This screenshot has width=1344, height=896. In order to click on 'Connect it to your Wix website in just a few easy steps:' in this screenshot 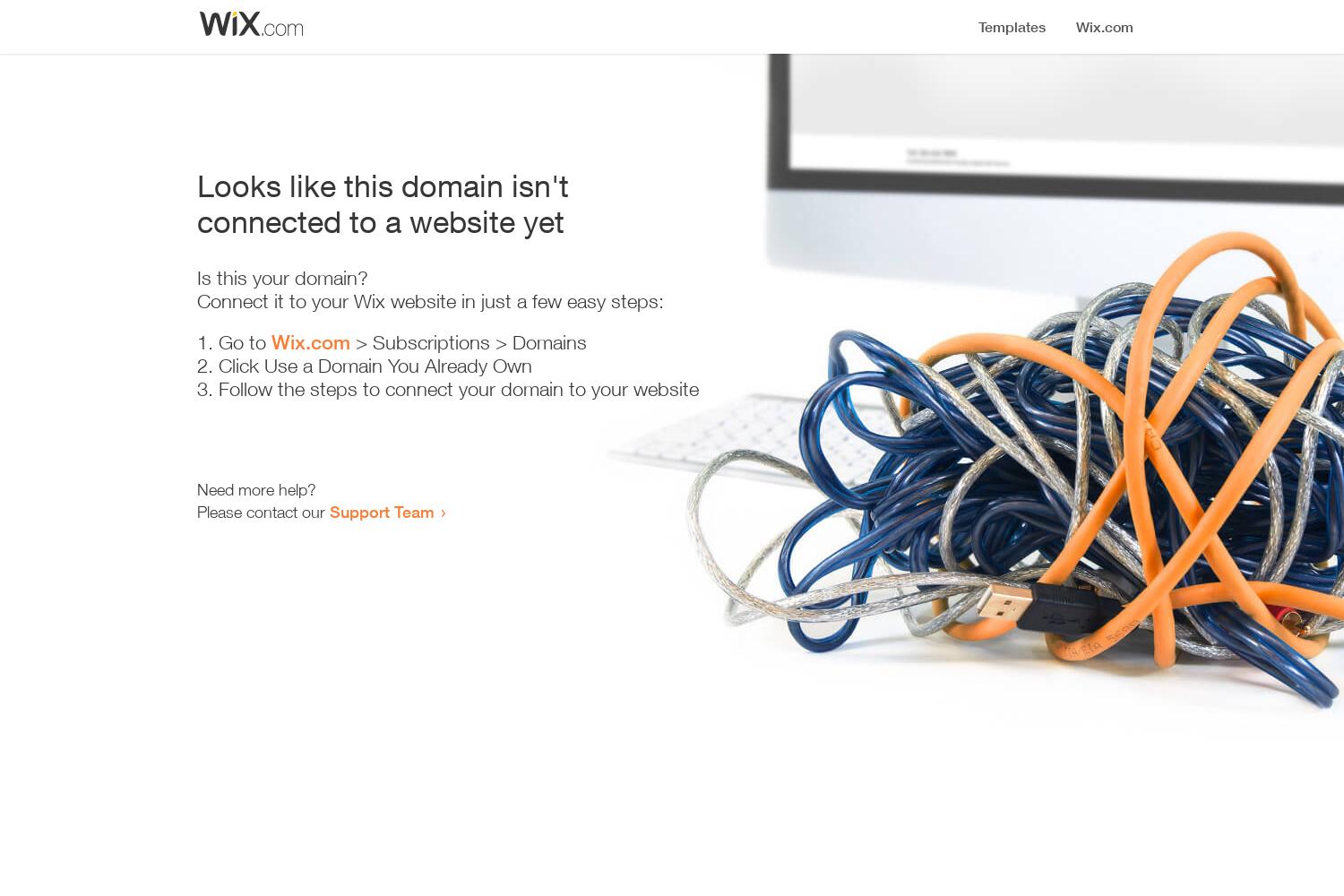, I will do `click(429, 300)`.